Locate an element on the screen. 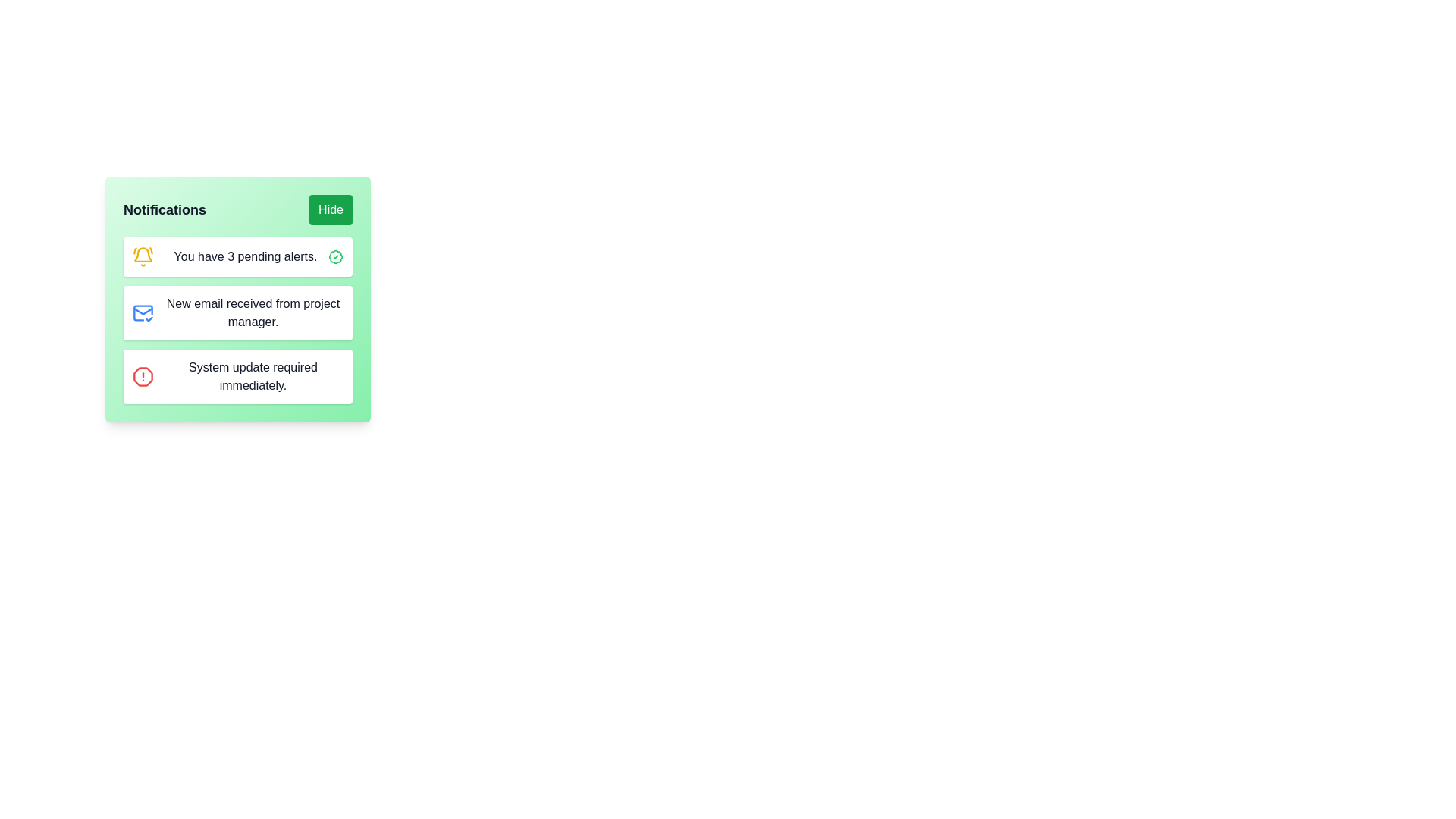 The image size is (1456, 819). the button located next to the 'Notifications' title in the top-right corner of the notification panel to hide the panel is located at coordinates (330, 210).